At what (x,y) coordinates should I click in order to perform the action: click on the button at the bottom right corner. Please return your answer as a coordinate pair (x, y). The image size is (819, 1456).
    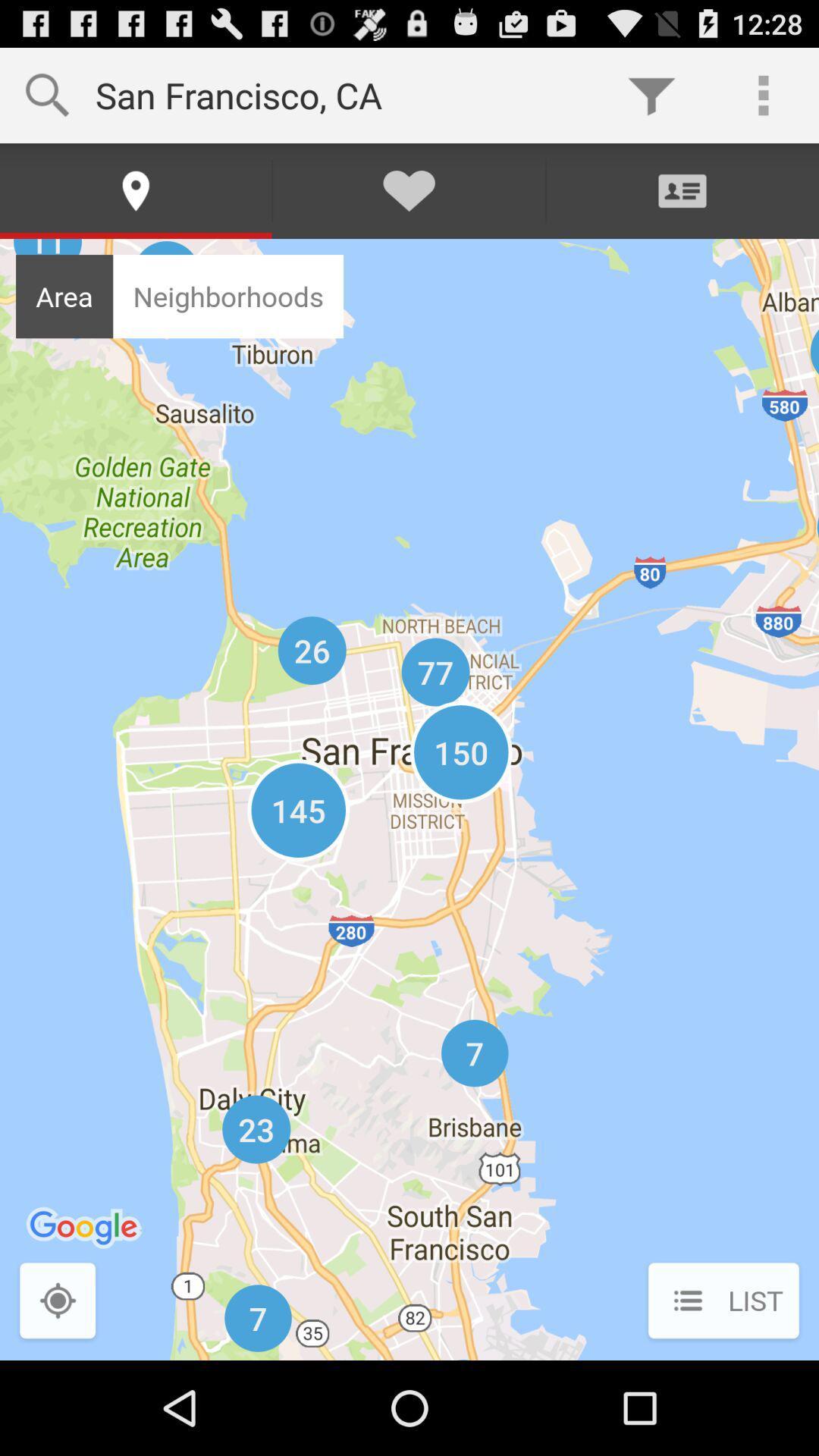
    Looking at the image, I should click on (723, 1301).